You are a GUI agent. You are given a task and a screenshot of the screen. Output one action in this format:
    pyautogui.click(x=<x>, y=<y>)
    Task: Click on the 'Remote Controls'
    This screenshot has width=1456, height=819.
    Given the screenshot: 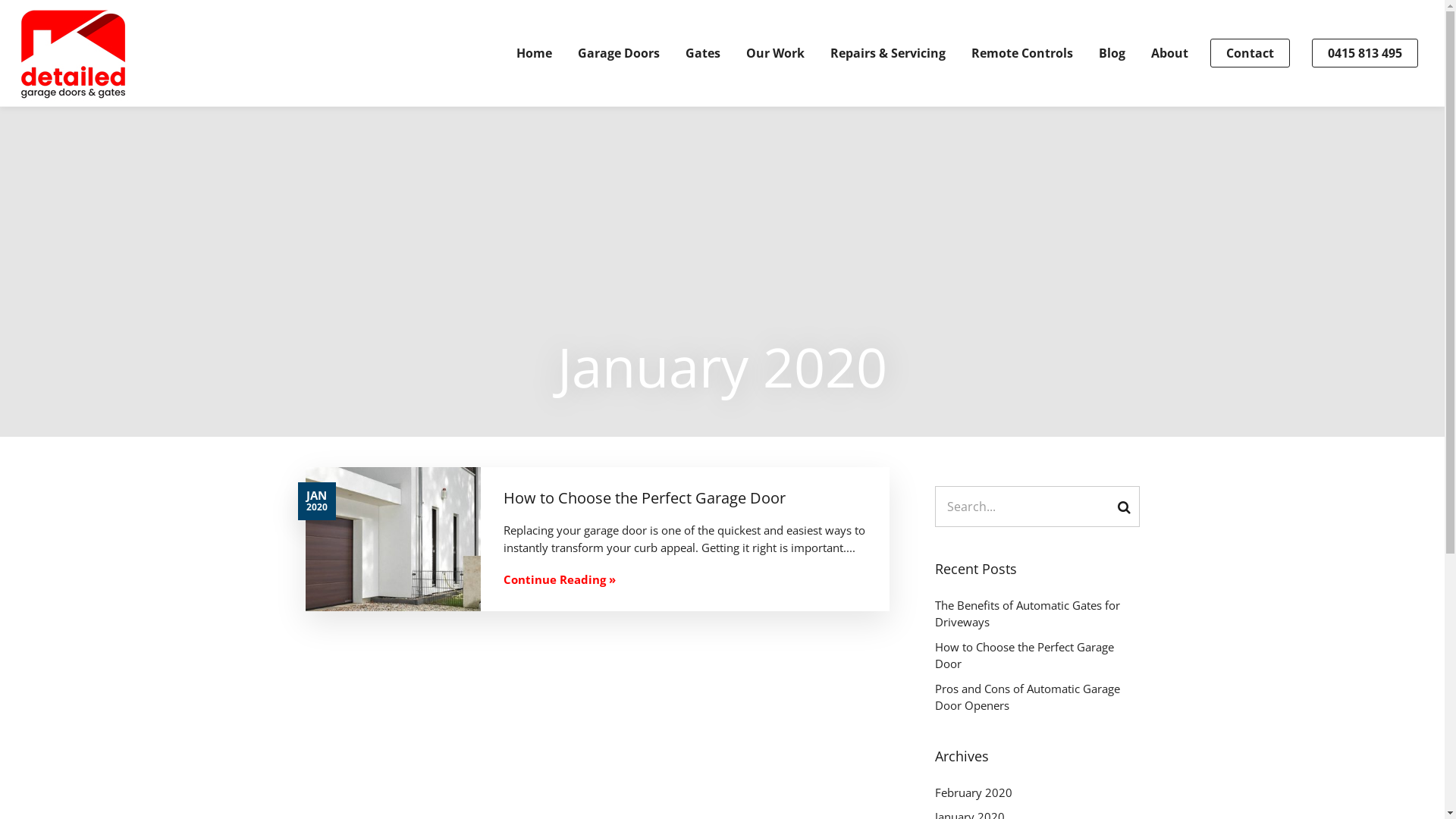 What is the action you would take?
    pyautogui.click(x=1022, y=52)
    